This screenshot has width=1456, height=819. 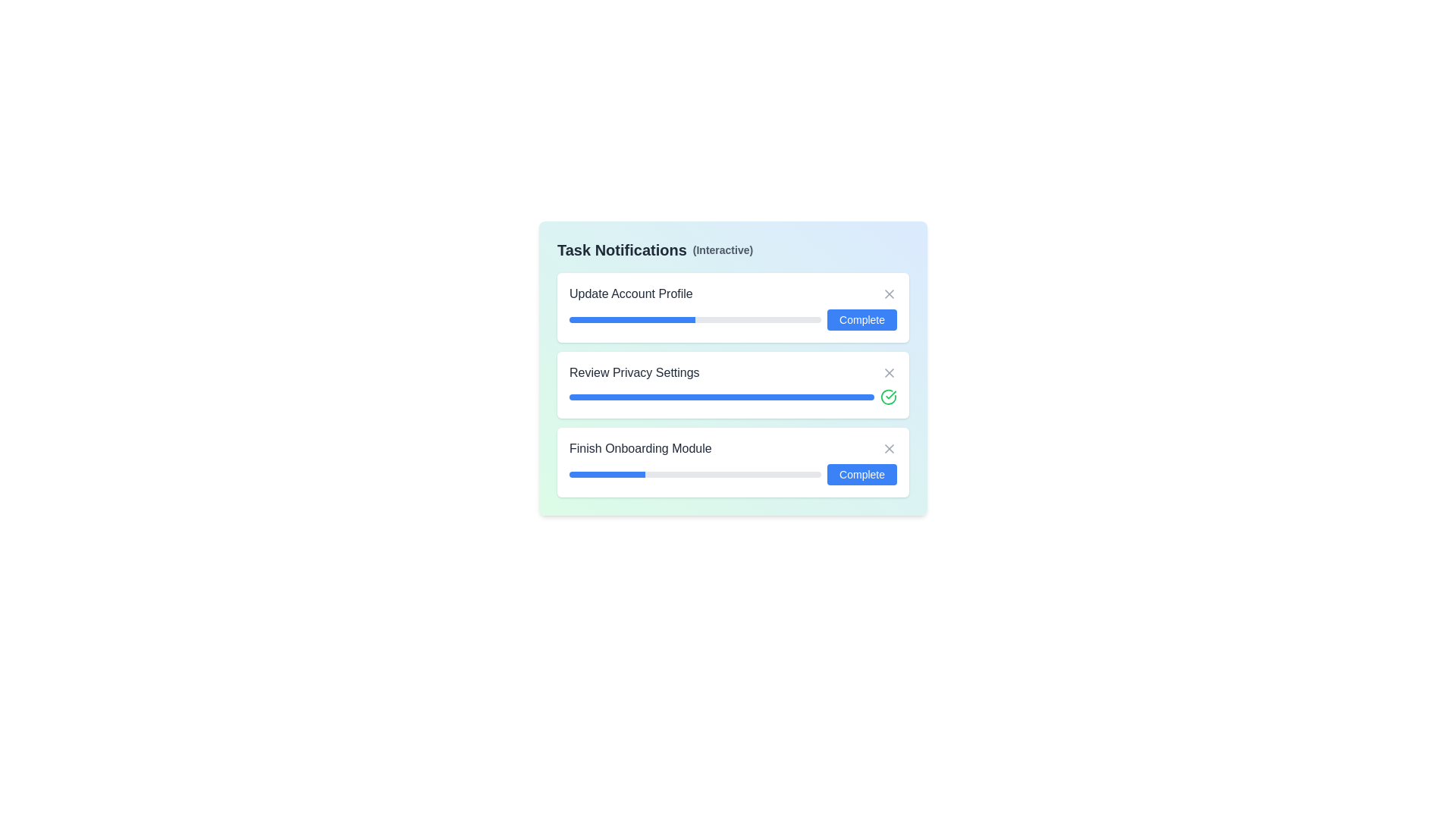 What do you see at coordinates (889, 294) in the screenshot?
I see `'X' button next to the task titled Update Account Profile` at bounding box center [889, 294].